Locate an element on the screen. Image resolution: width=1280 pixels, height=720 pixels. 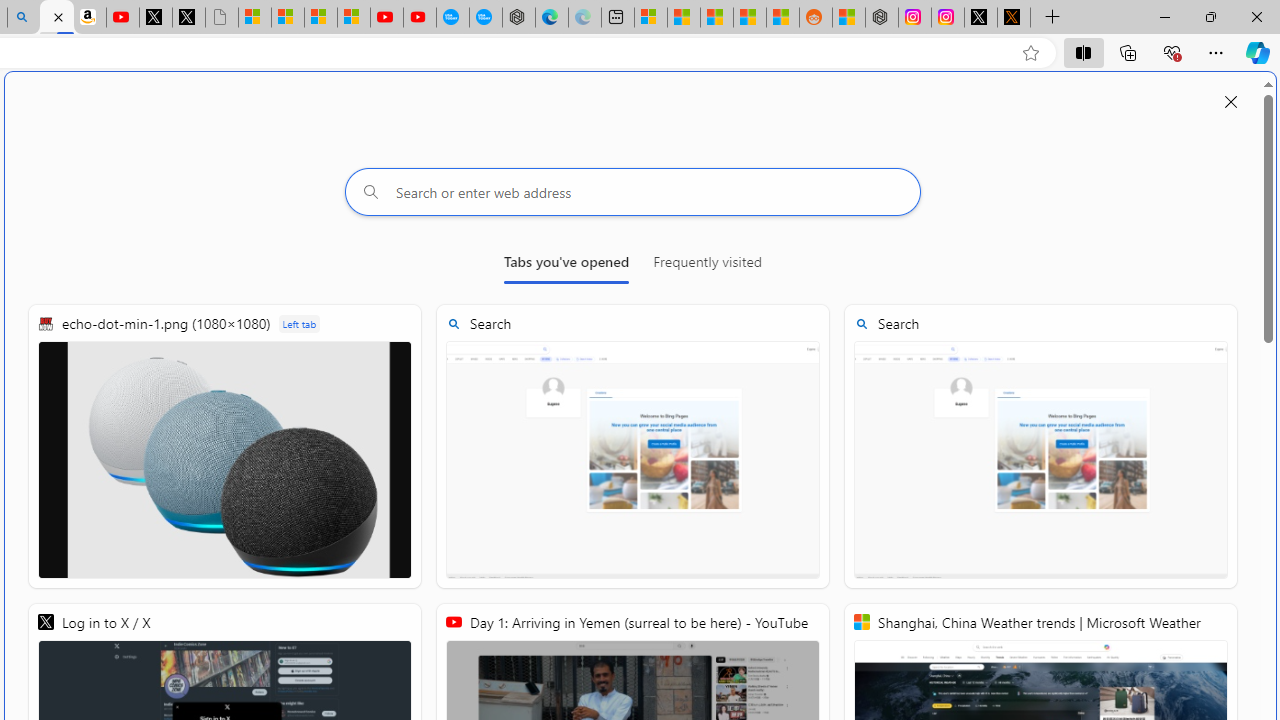
'help.x.com | 524: A timeout occurred' is located at coordinates (1014, 17).